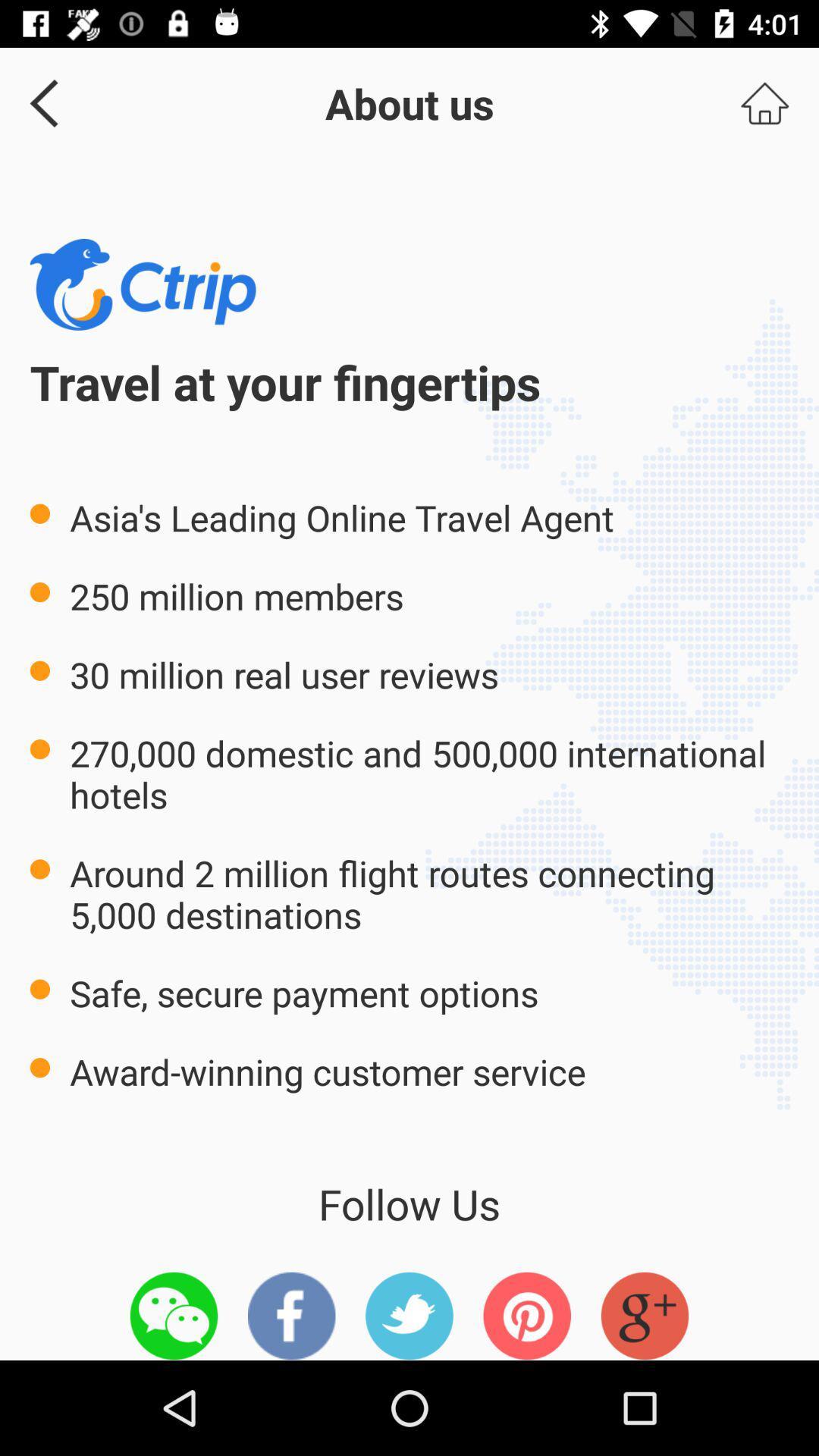 Image resolution: width=819 pixels, height=1456 pixels. I want to click on pinterest option, so click(526, 1315).